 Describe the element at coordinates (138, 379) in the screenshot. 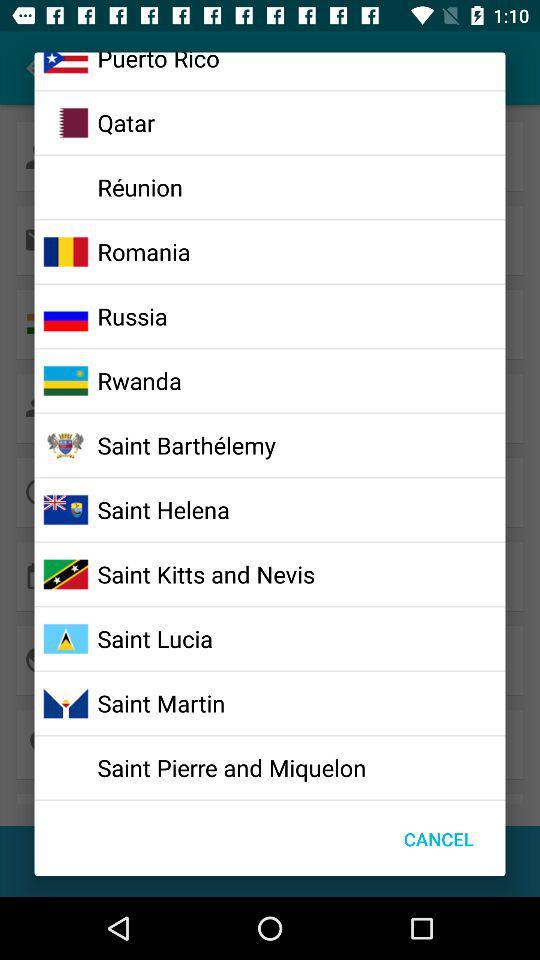

I see `the rwanda icon` at that location.